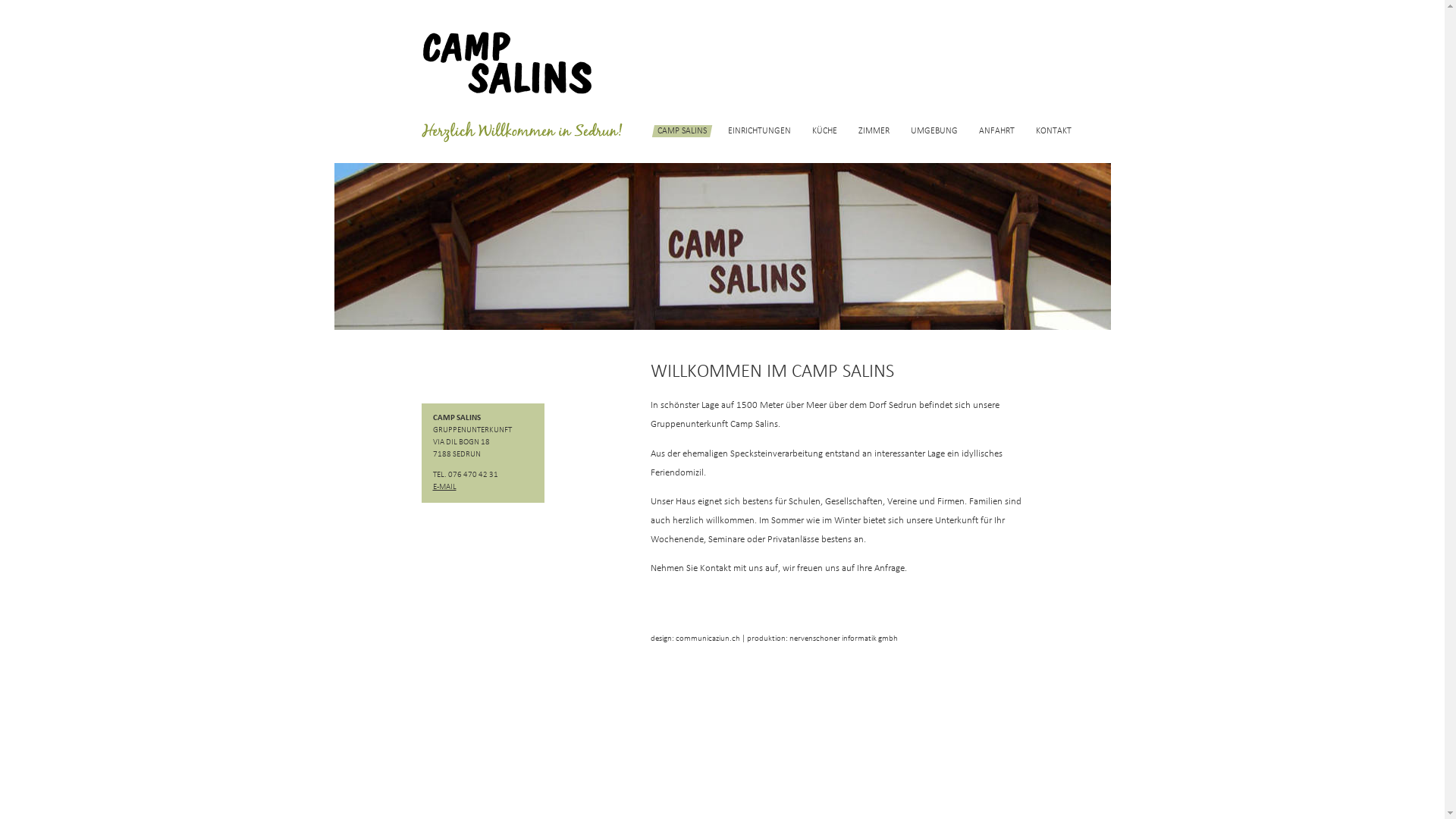 The image size is (1456, 819). What do you see at coordinates (842, 639) in the screenshot?
I see `'nervenschoner informatik gmbh'` at bounding box center [842, 639].